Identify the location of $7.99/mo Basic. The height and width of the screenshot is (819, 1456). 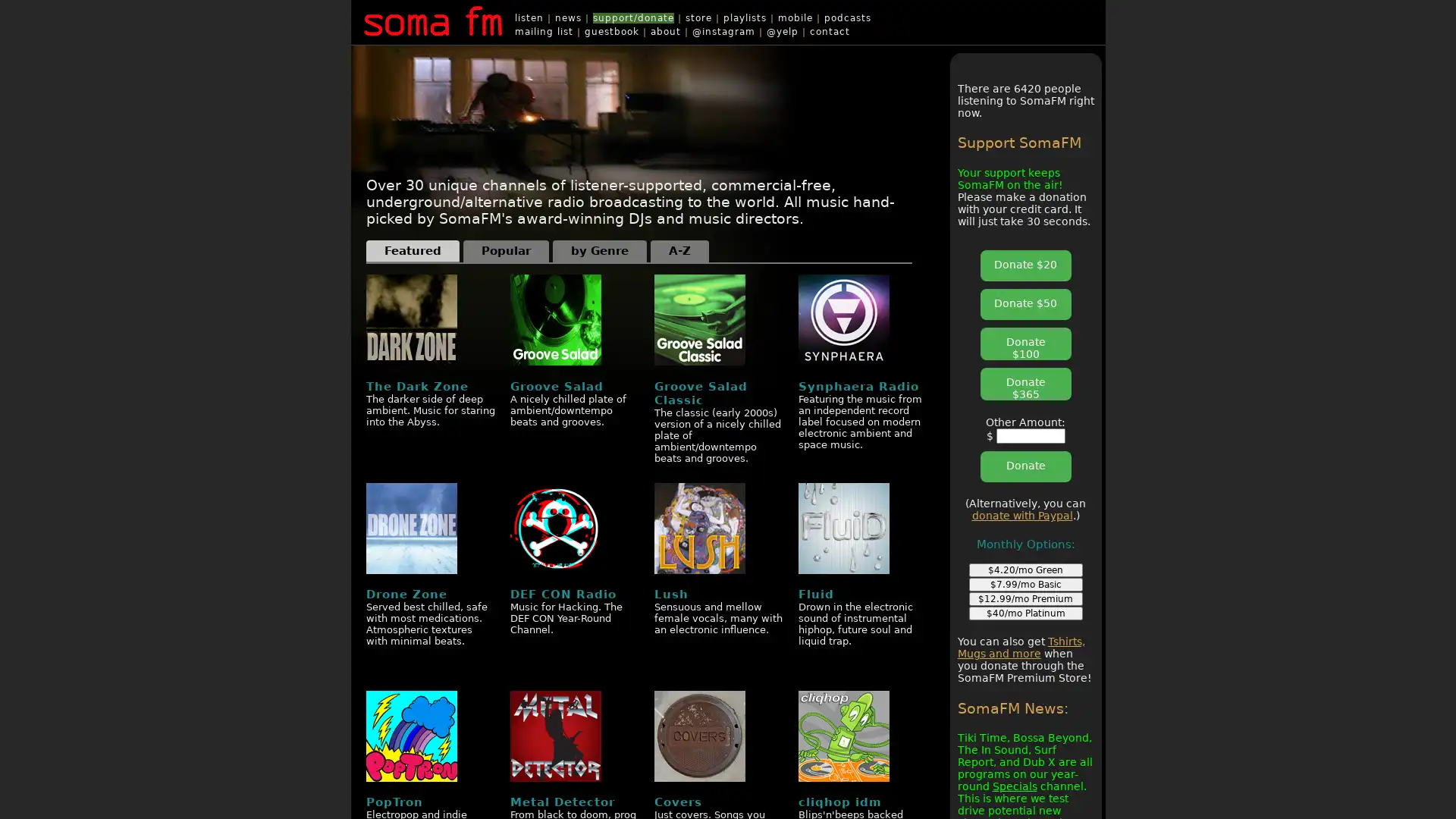
(1025, 583).